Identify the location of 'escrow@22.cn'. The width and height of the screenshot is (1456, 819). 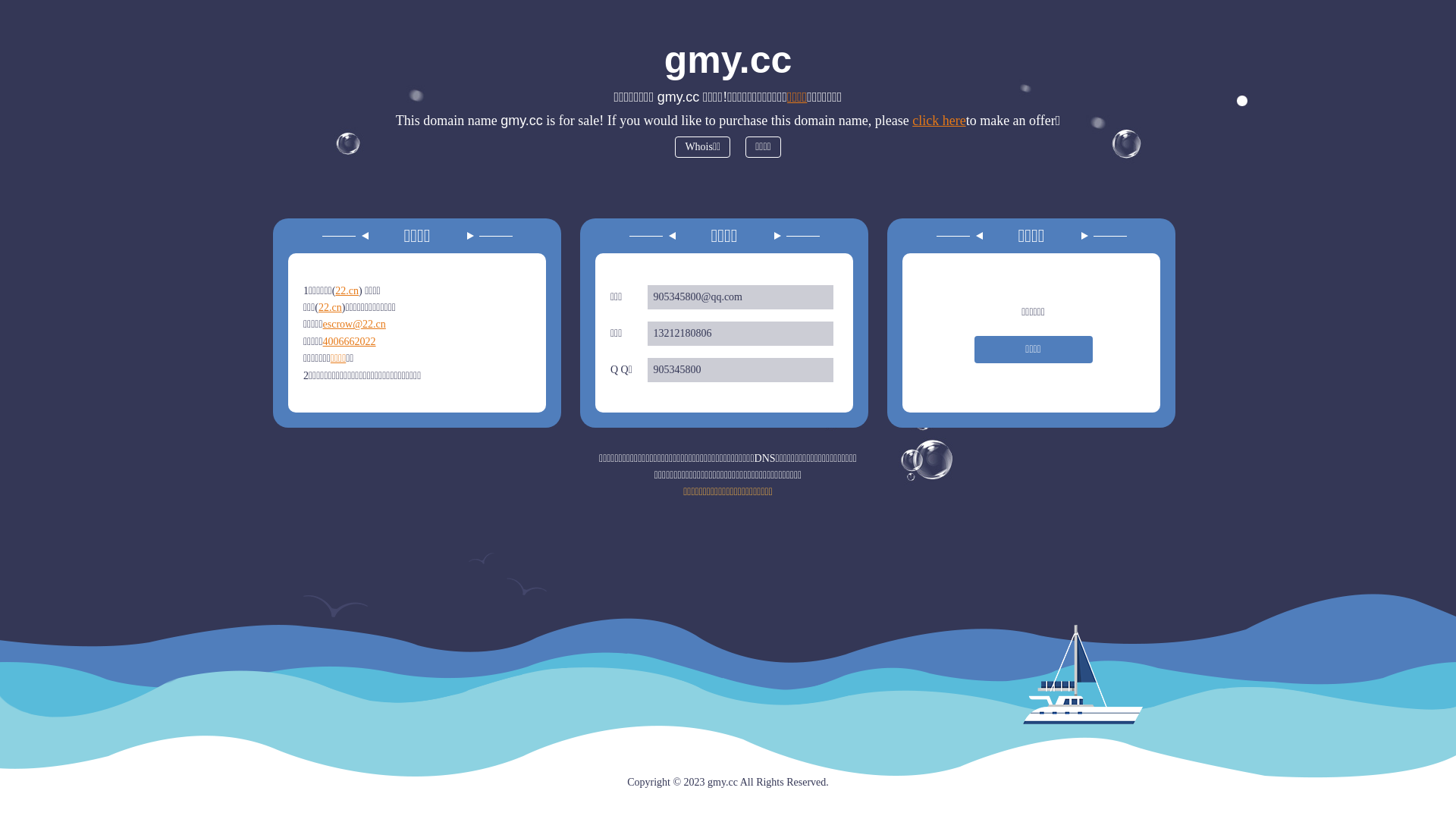
(322, 323).